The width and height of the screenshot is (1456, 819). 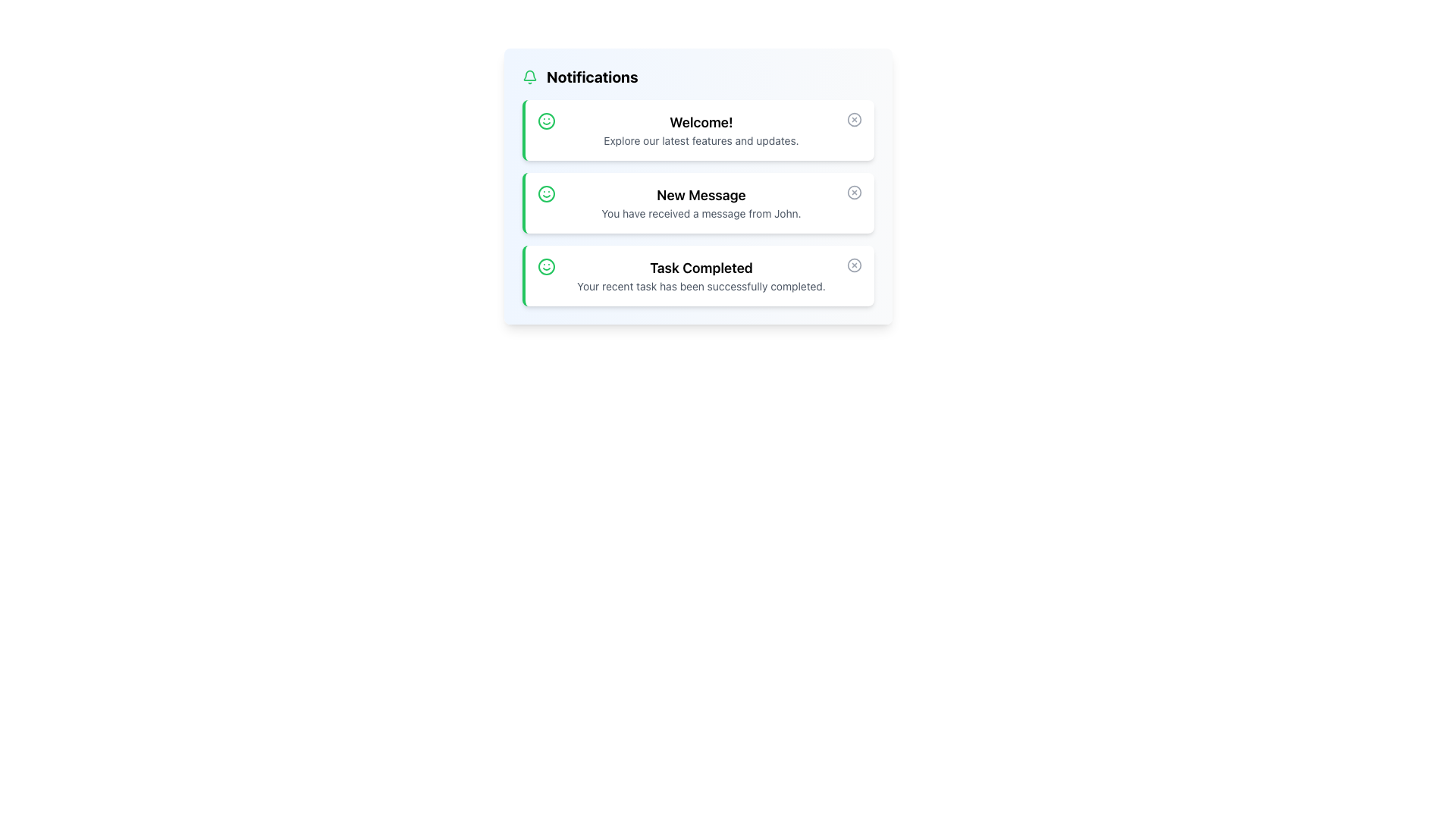 I want to click on the text component displaying 'Your recent task has been successfully completed.' which is located below the 'Task Completed' title in the notifications list, so click(x=701, y=287).